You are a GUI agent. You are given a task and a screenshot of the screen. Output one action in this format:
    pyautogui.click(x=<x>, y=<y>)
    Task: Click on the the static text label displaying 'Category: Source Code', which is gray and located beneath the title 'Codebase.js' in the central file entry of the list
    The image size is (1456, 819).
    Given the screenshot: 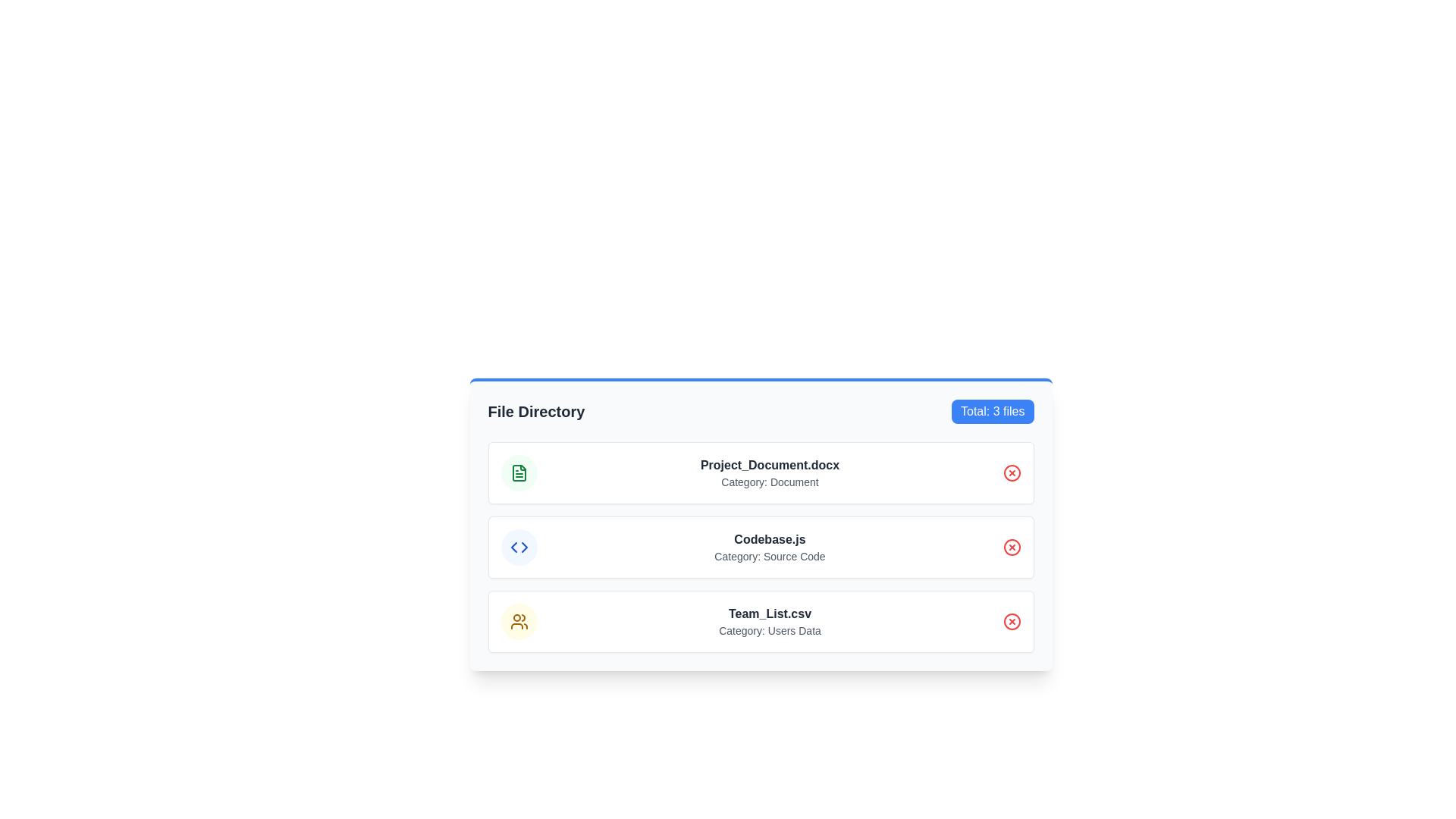 What is the action you would take?
    pyautogui.click(x=770, y=556)
    